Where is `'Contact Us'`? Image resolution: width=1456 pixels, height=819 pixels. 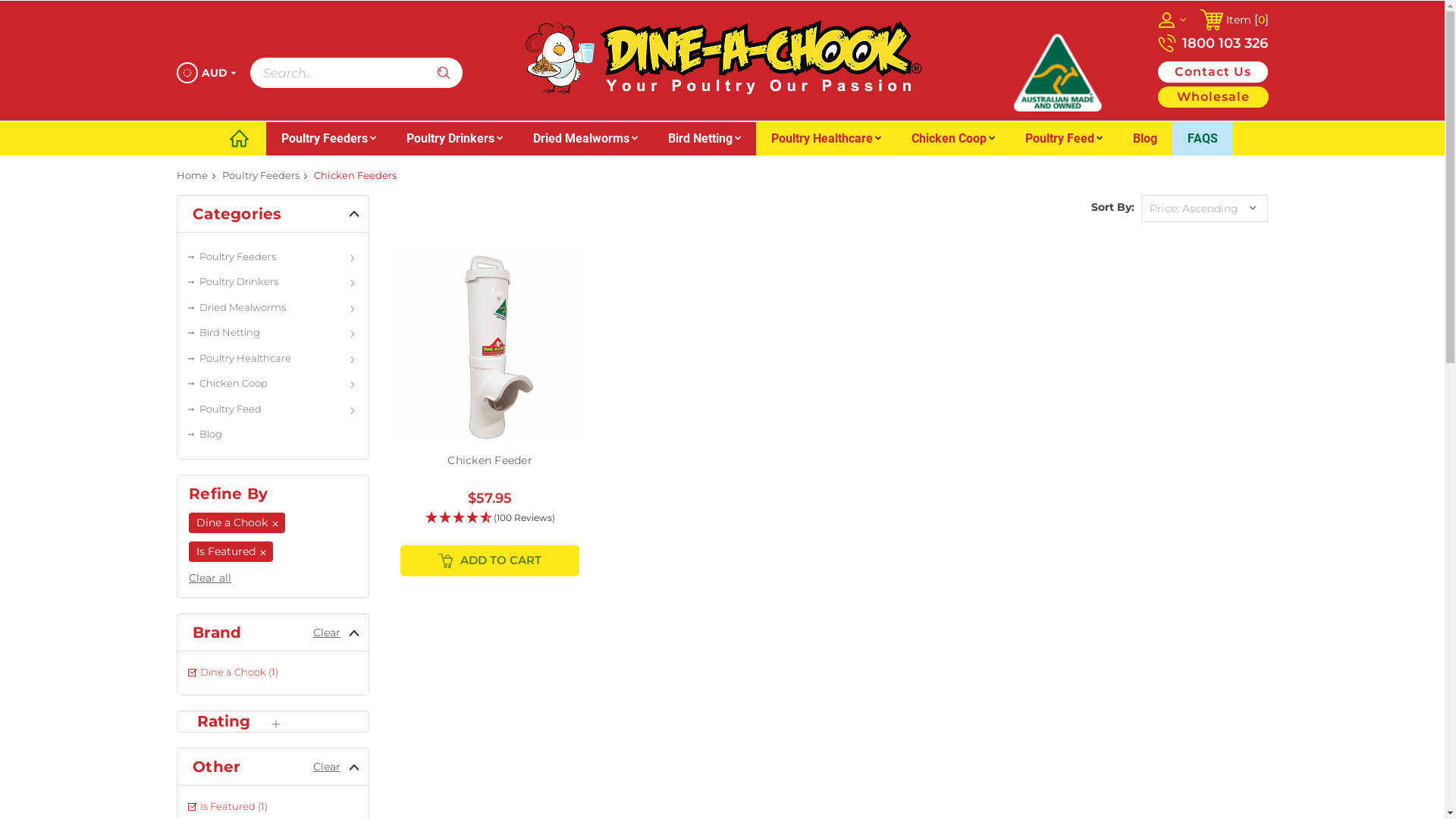 'Contact Us' is located at coordinates (1211, 72).